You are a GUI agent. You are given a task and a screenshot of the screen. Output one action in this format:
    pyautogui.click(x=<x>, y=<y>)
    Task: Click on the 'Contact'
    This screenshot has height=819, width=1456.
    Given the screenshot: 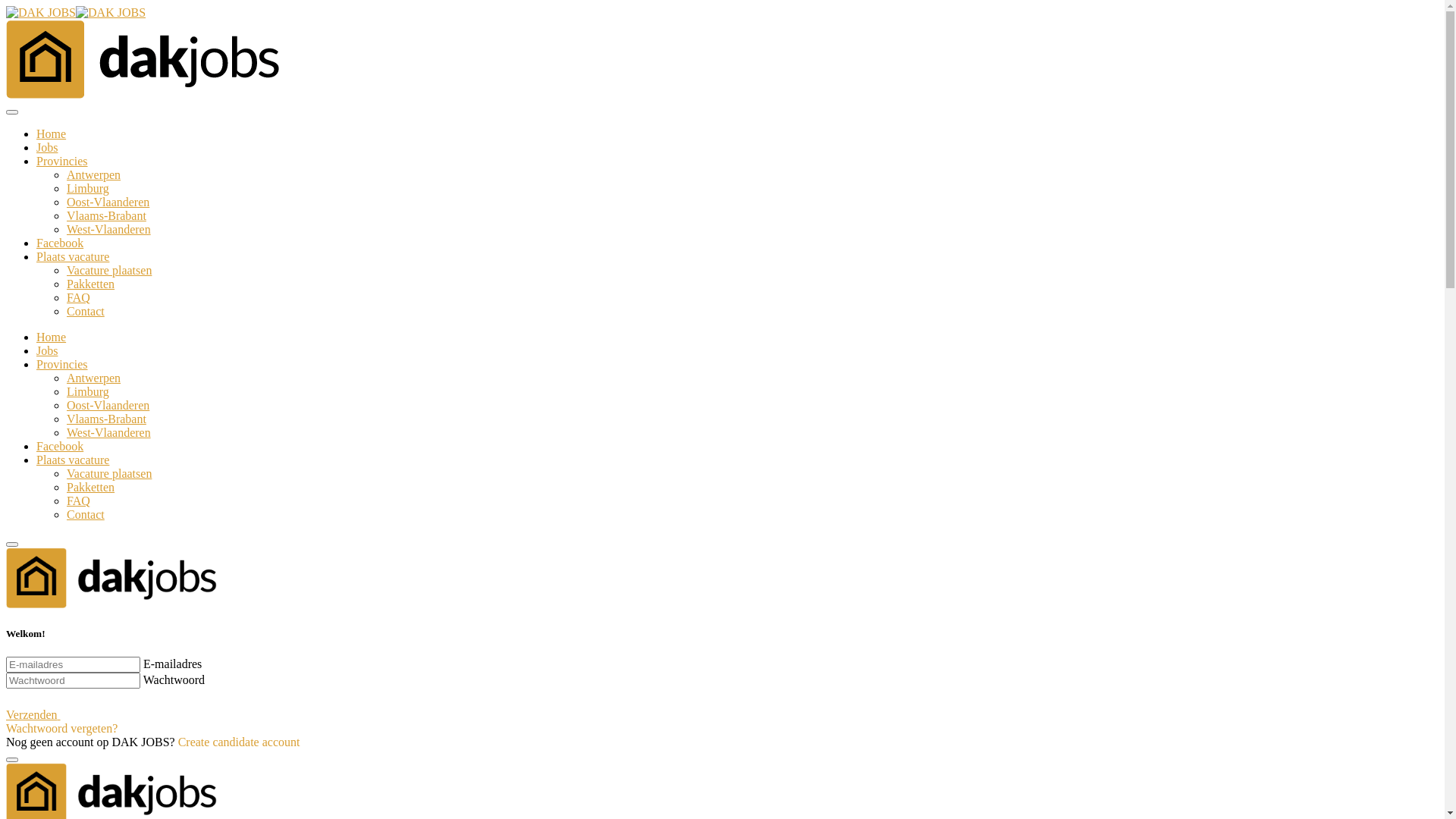 What is the action you would take?
    pyautogui.click(x=65, y=513)
    